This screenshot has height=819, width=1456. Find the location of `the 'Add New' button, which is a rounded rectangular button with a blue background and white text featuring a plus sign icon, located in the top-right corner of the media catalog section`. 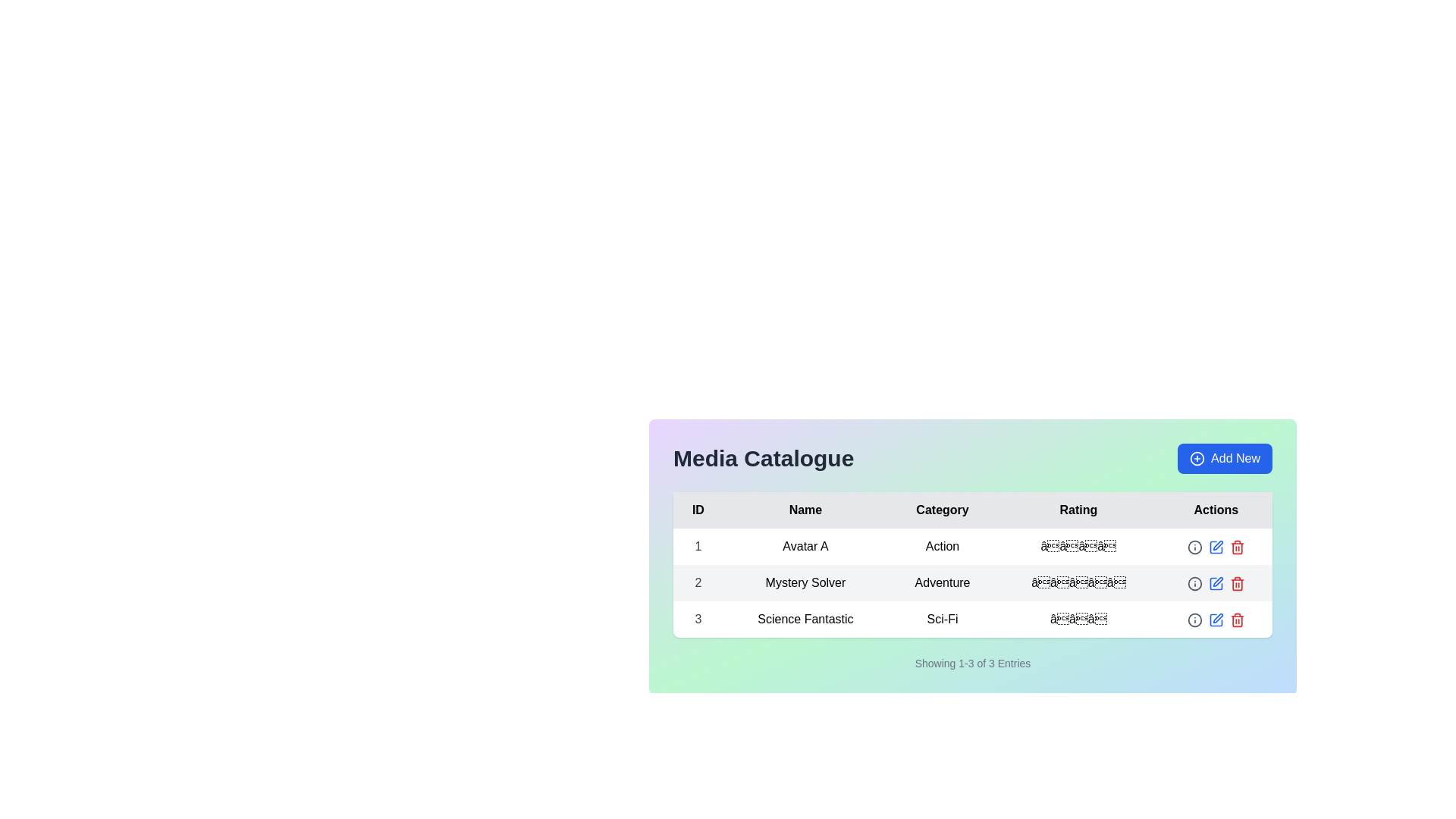

the 'Add New' button, which is a rounded rectangular button with a blue background and white text featuring a plus sign icon, located in the top-right corner of the media catalog section is located at coordinates (1225, 458).